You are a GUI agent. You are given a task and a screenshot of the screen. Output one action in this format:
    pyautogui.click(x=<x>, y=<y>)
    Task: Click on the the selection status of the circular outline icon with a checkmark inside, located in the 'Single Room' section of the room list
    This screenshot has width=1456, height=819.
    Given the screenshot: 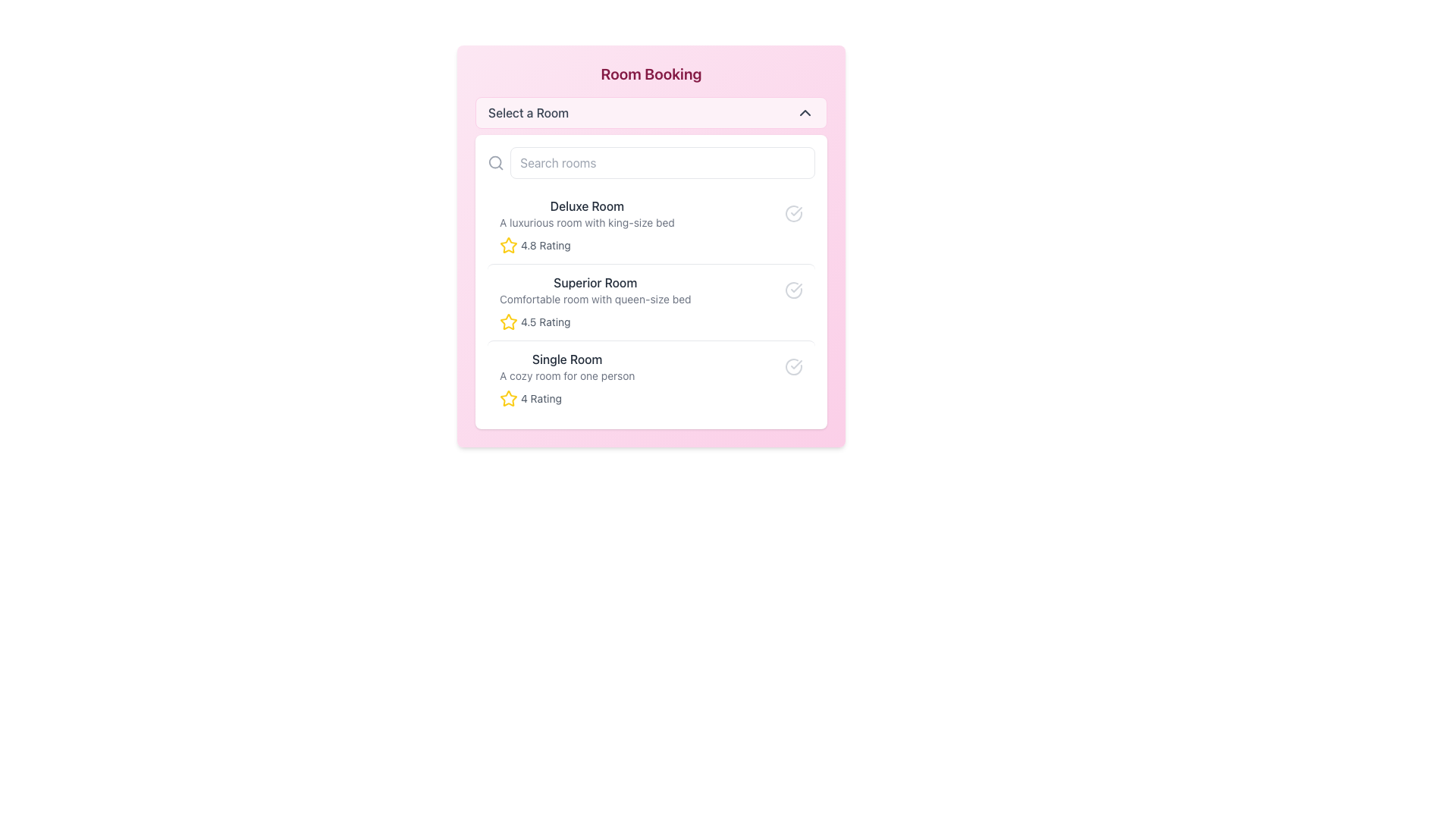 What is the action you would take?
    pyautogui.click(x=792, y=366)
    